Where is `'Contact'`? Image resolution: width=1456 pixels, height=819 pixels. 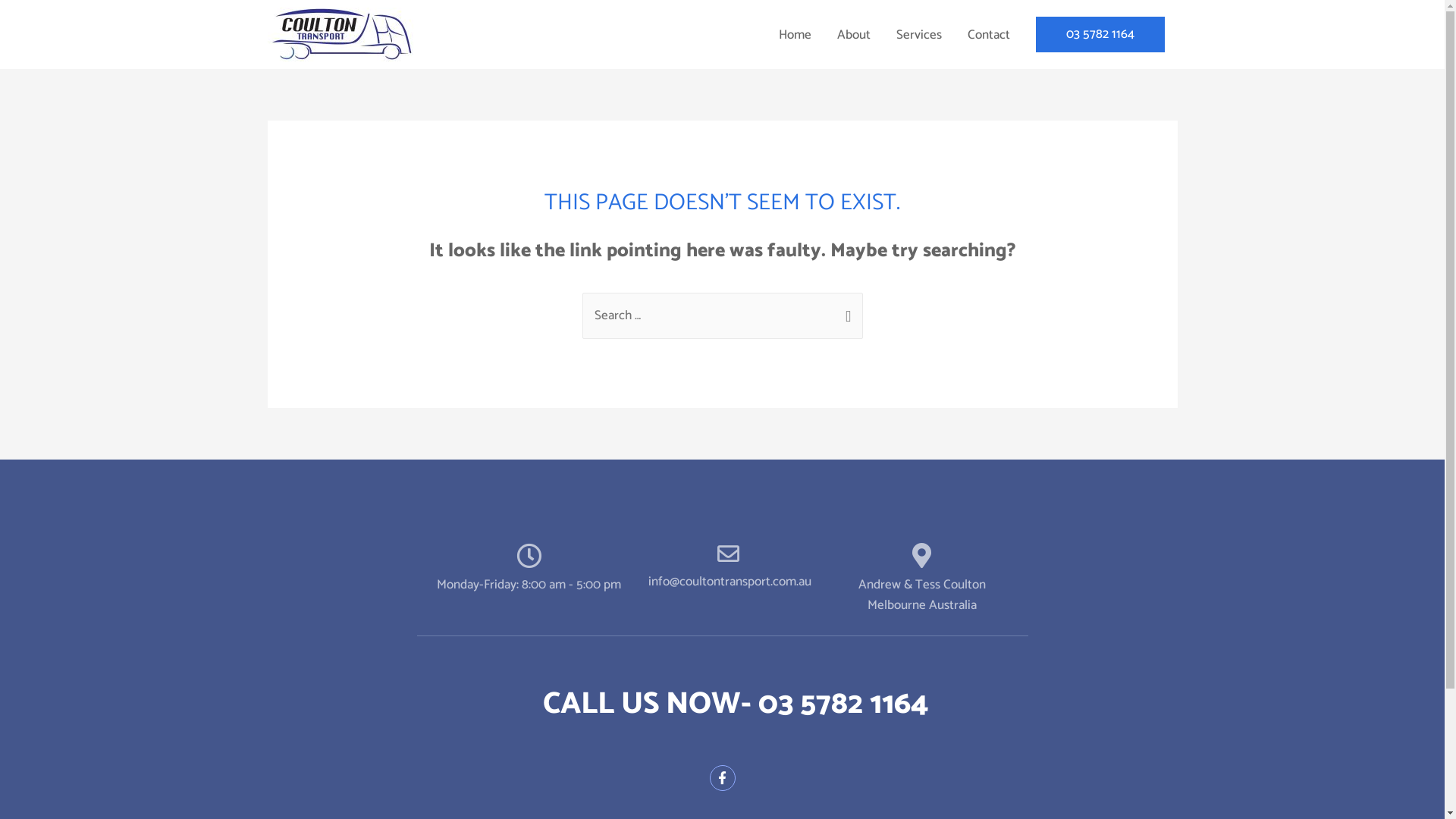 'Contact' is located at coordinates (987, 34).